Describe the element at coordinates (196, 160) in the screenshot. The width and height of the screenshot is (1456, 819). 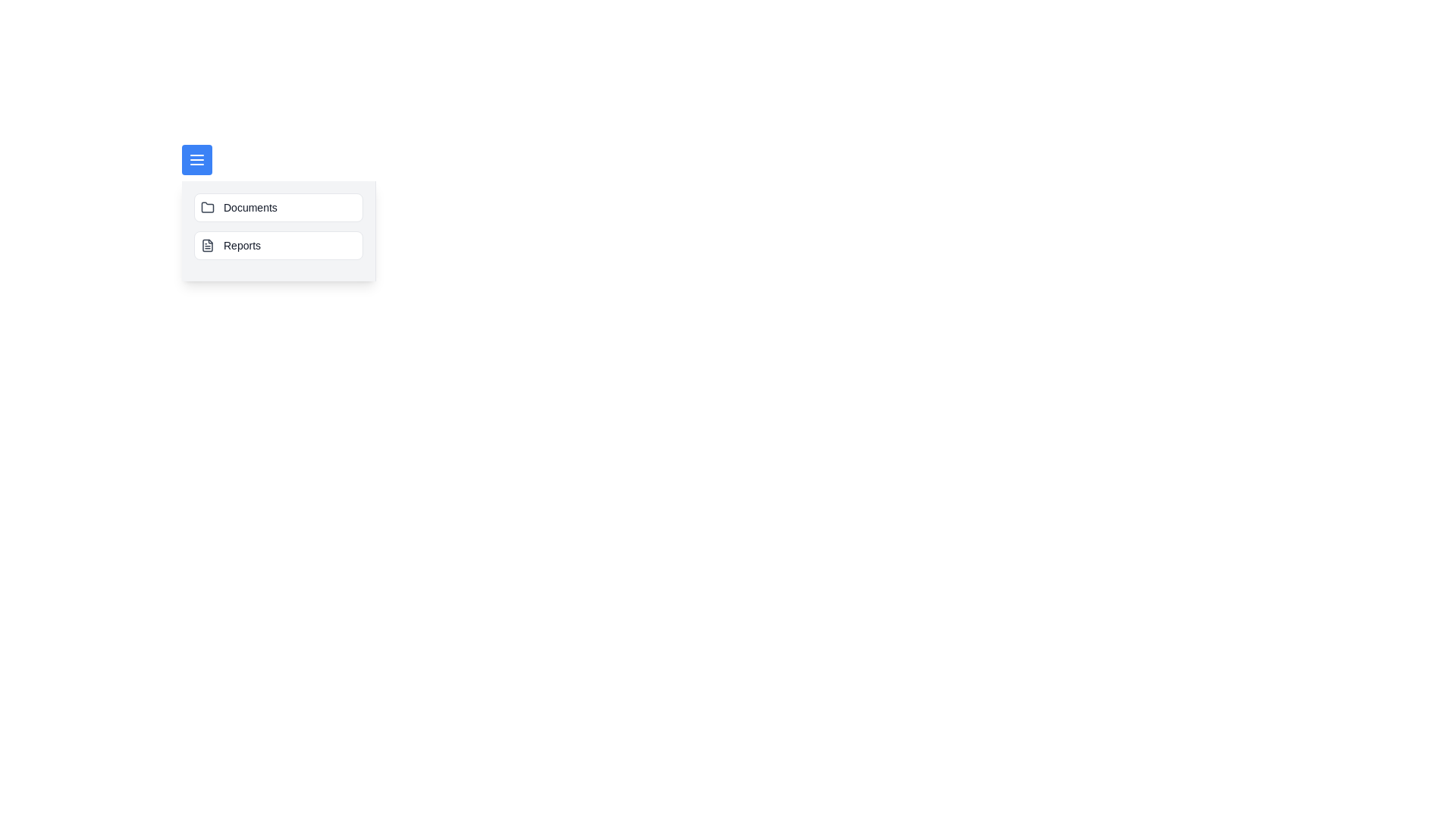
I see `menu button to toggle the visibility of the side menu` at that location.